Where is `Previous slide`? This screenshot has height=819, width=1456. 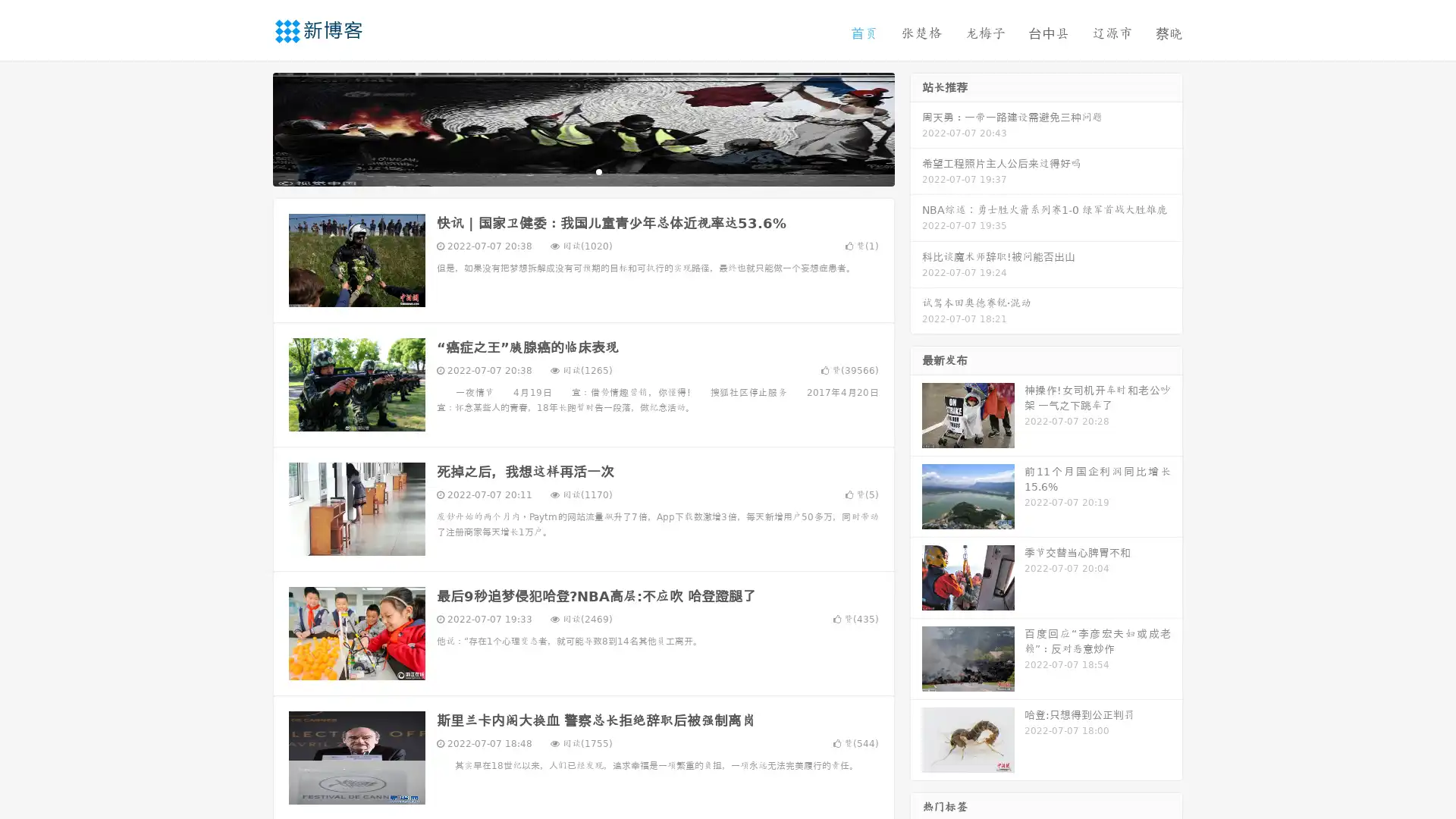 Previous slide is located at coordinates (250, 127).